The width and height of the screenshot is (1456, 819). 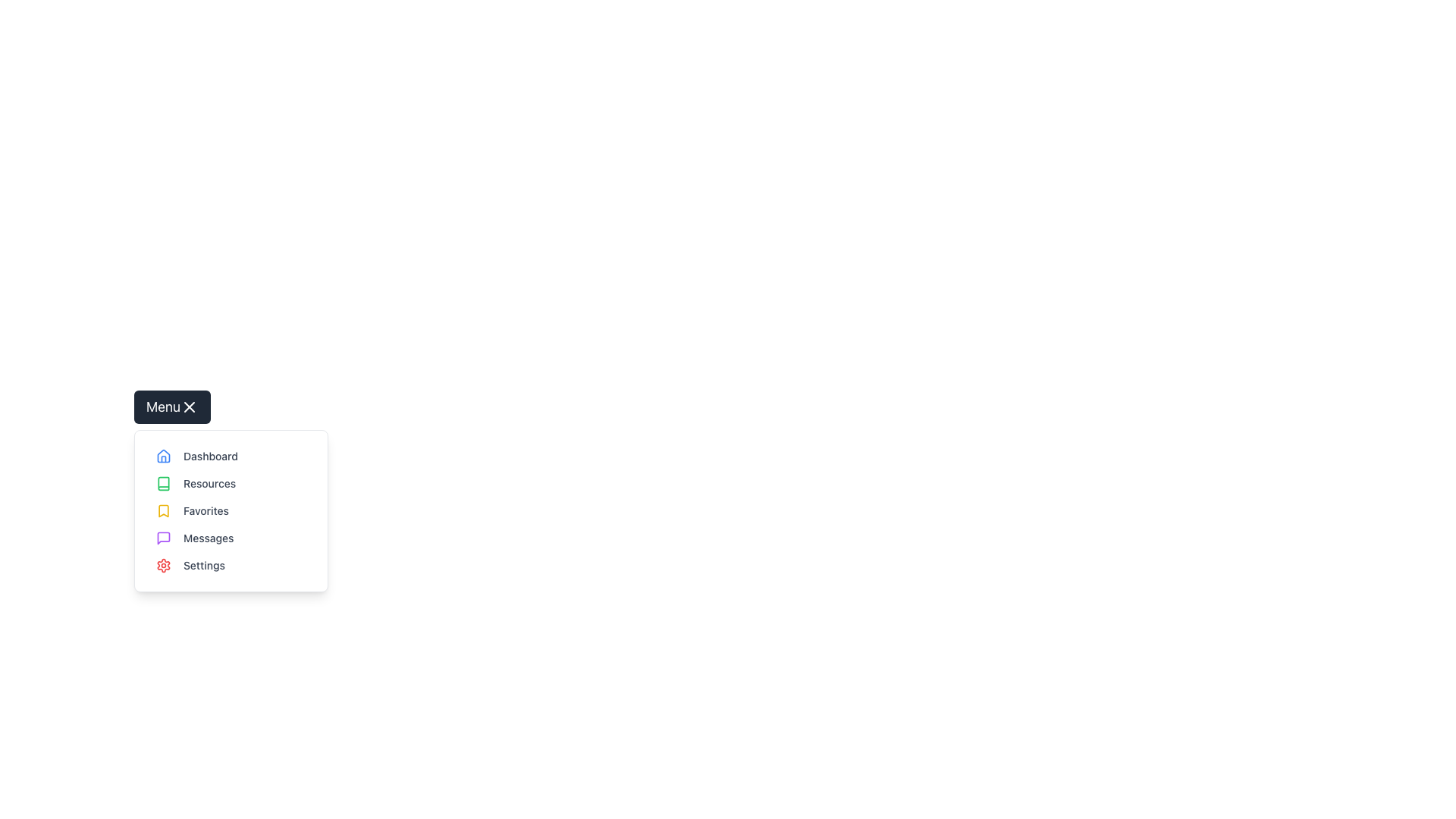 I want to click on the close button located to the right of the word 'Menu' in the dropdown menu header, so click(x=189, y=406).